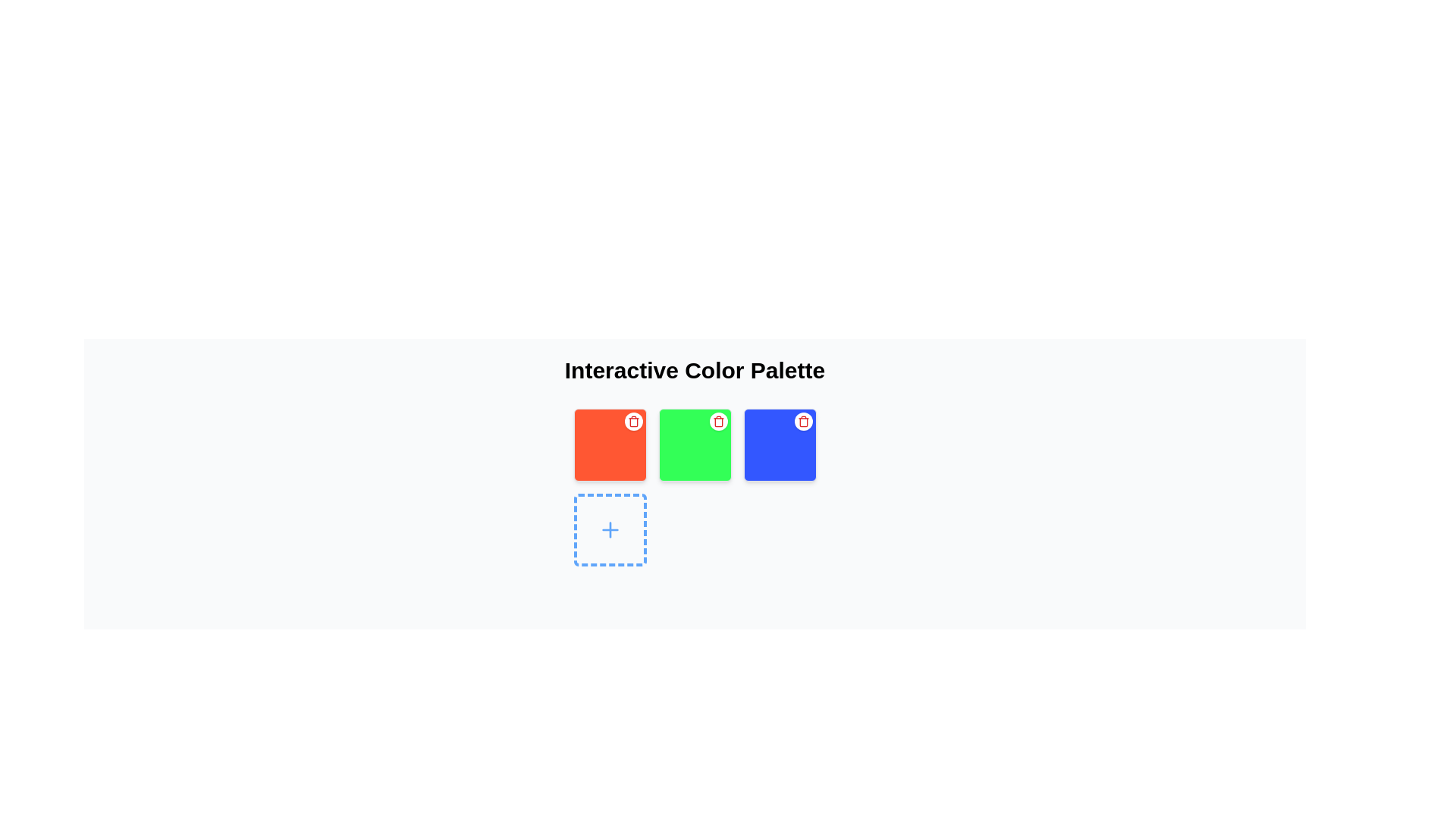  What do you see at coordinates (802, 421) in the screenshot?
I see `the delete button located at the top-right corner of the blue square` at bounding box center [802, 421].